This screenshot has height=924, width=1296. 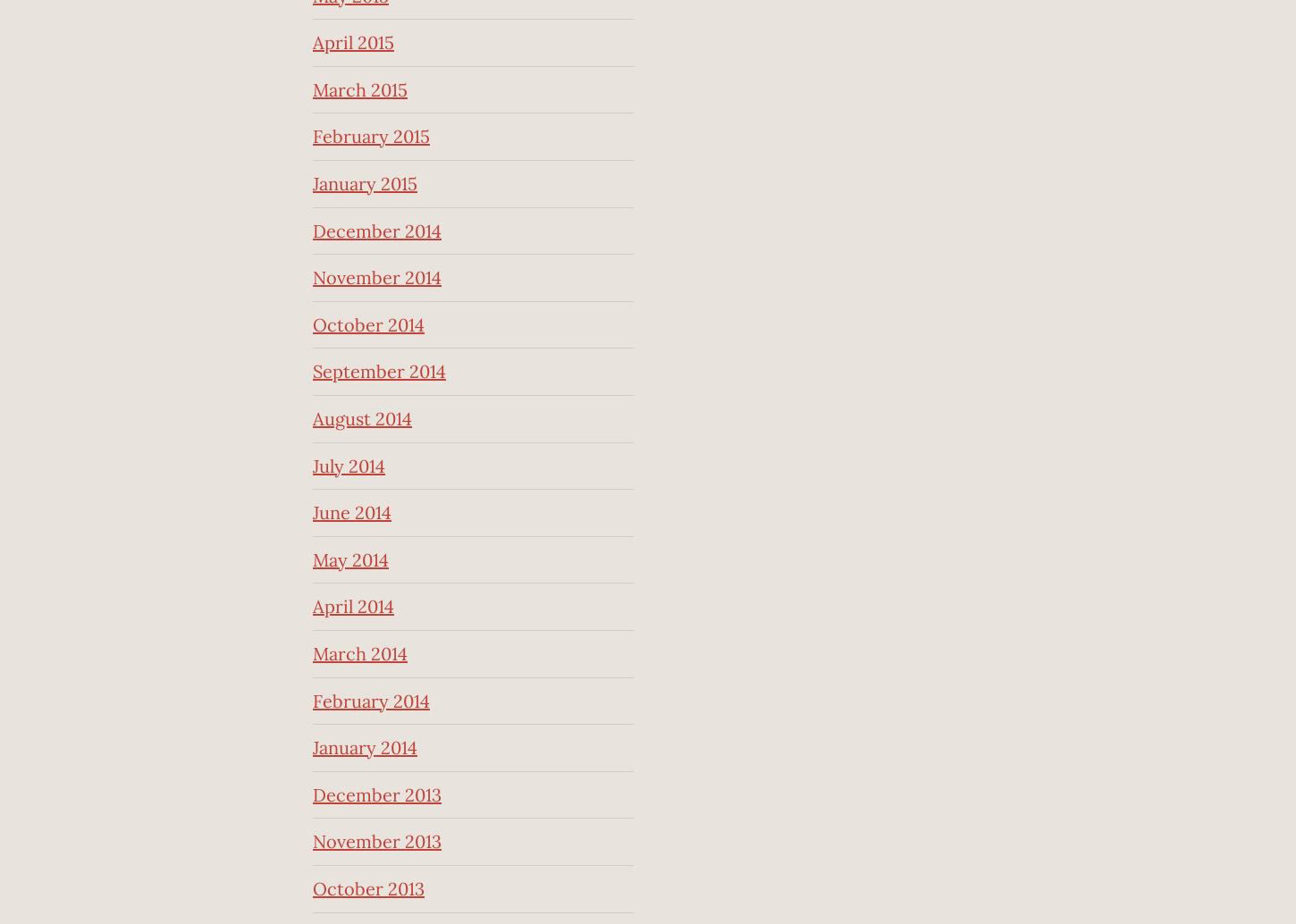 I want to click on 'November 2014', so click(x=375, y=276).